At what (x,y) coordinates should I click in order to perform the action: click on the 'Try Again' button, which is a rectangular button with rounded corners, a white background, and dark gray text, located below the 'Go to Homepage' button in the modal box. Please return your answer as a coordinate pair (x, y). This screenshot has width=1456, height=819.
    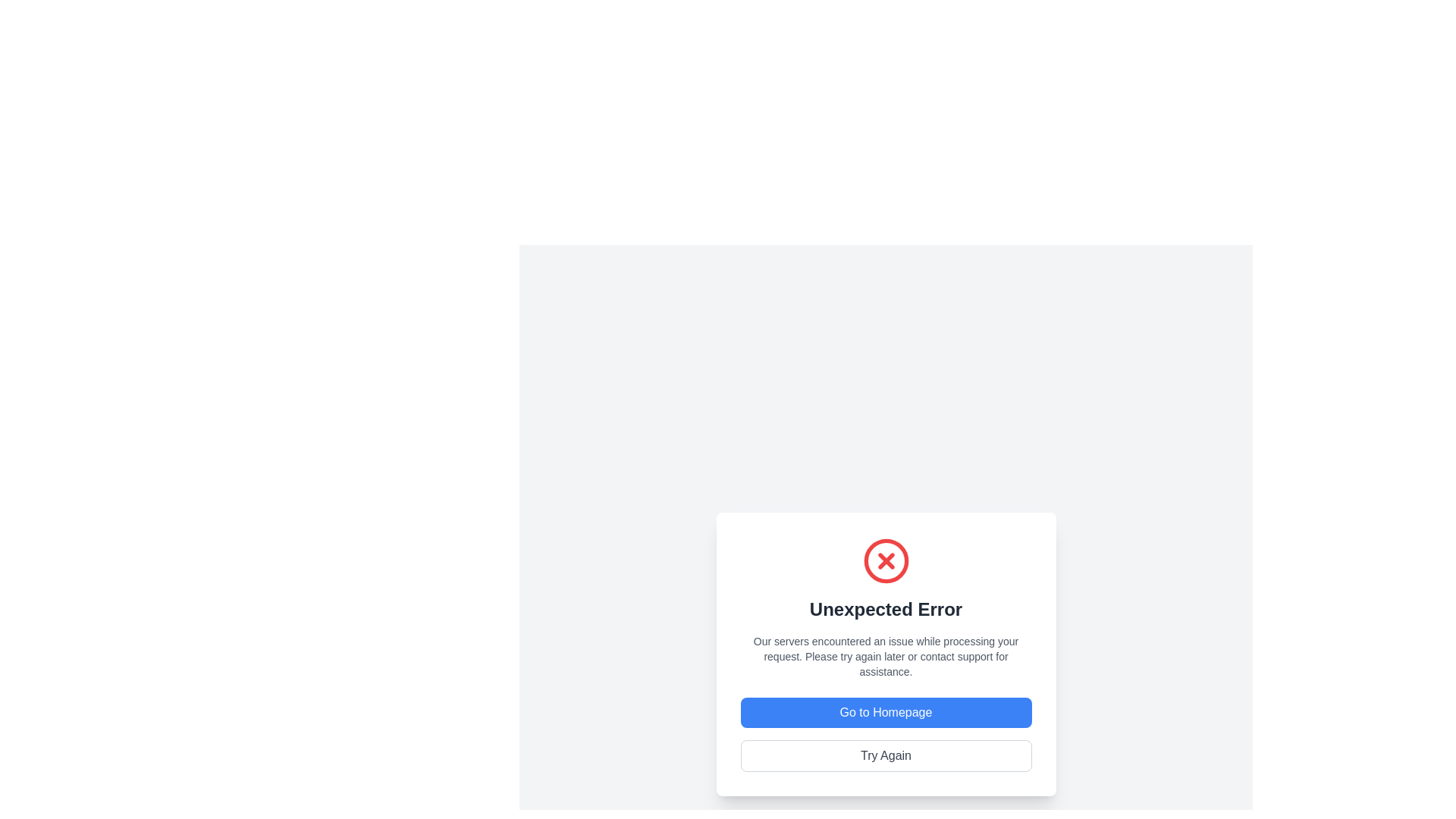
    Looking at the image, I should click on (886, 755).